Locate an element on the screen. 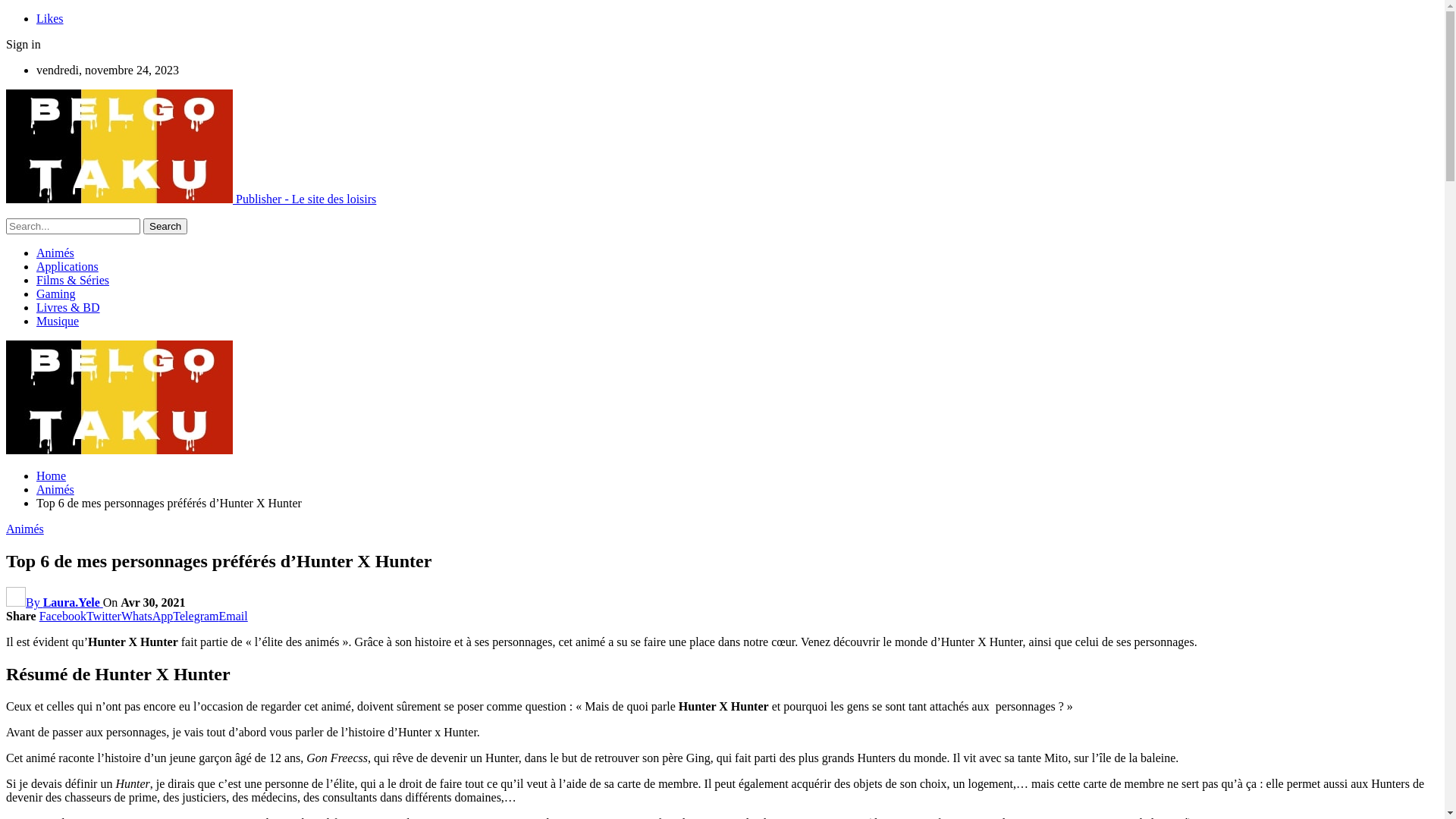  'Likes' is located at coordinates (50, 18).